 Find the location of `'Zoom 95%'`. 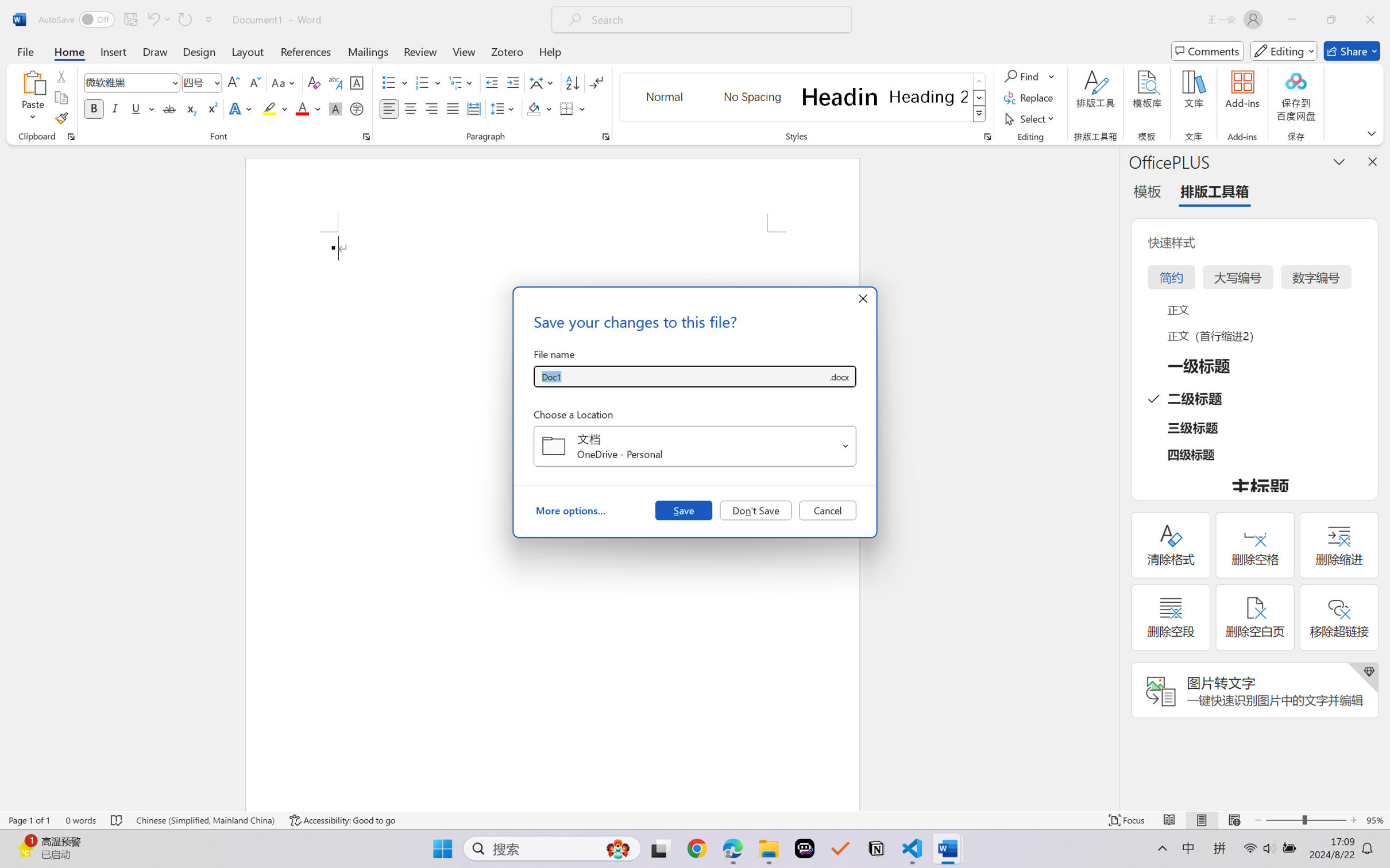

'Zoom 95%' is located at coordinates (1375, 820).